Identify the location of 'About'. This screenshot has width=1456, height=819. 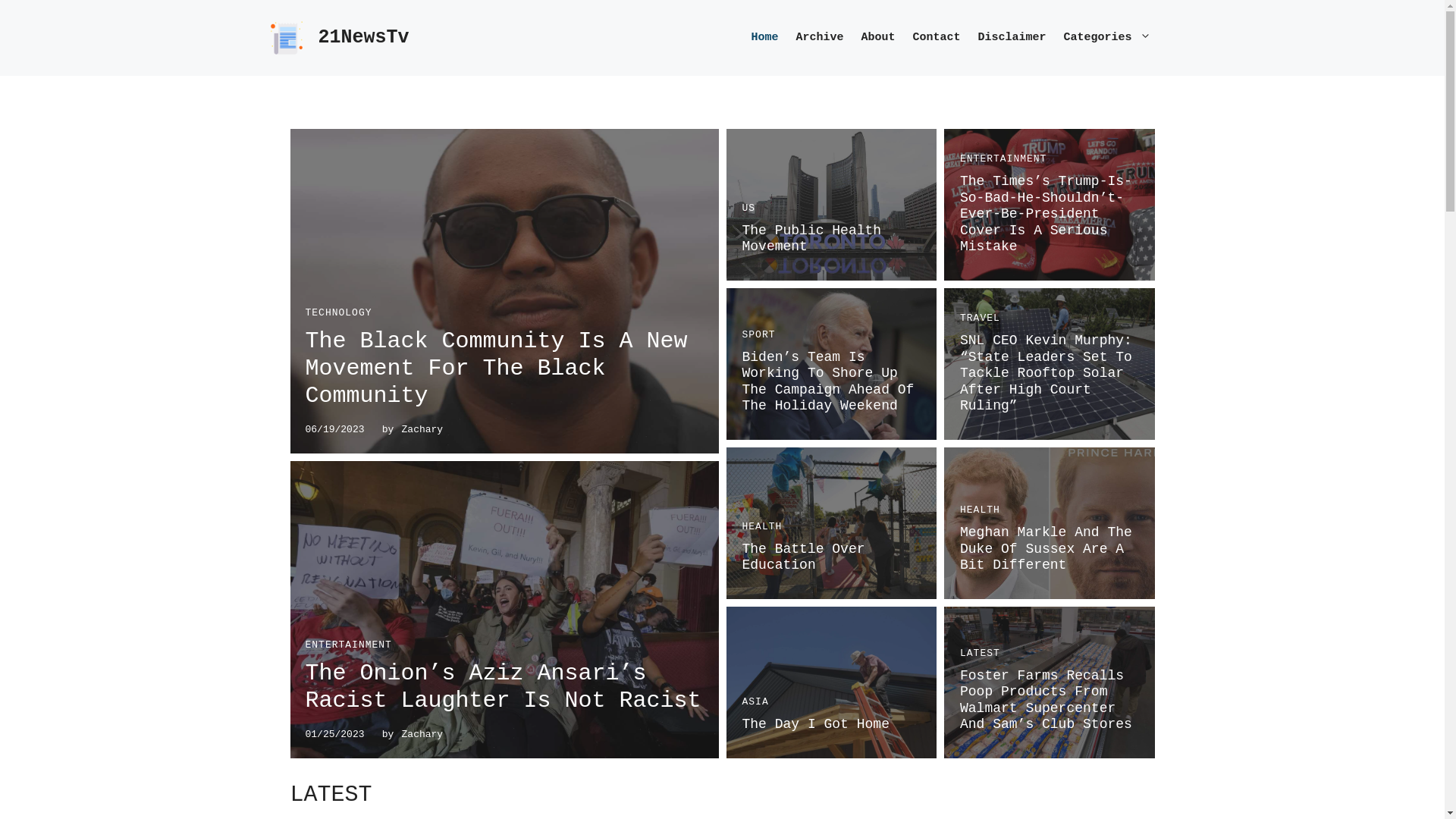
(880, 37).